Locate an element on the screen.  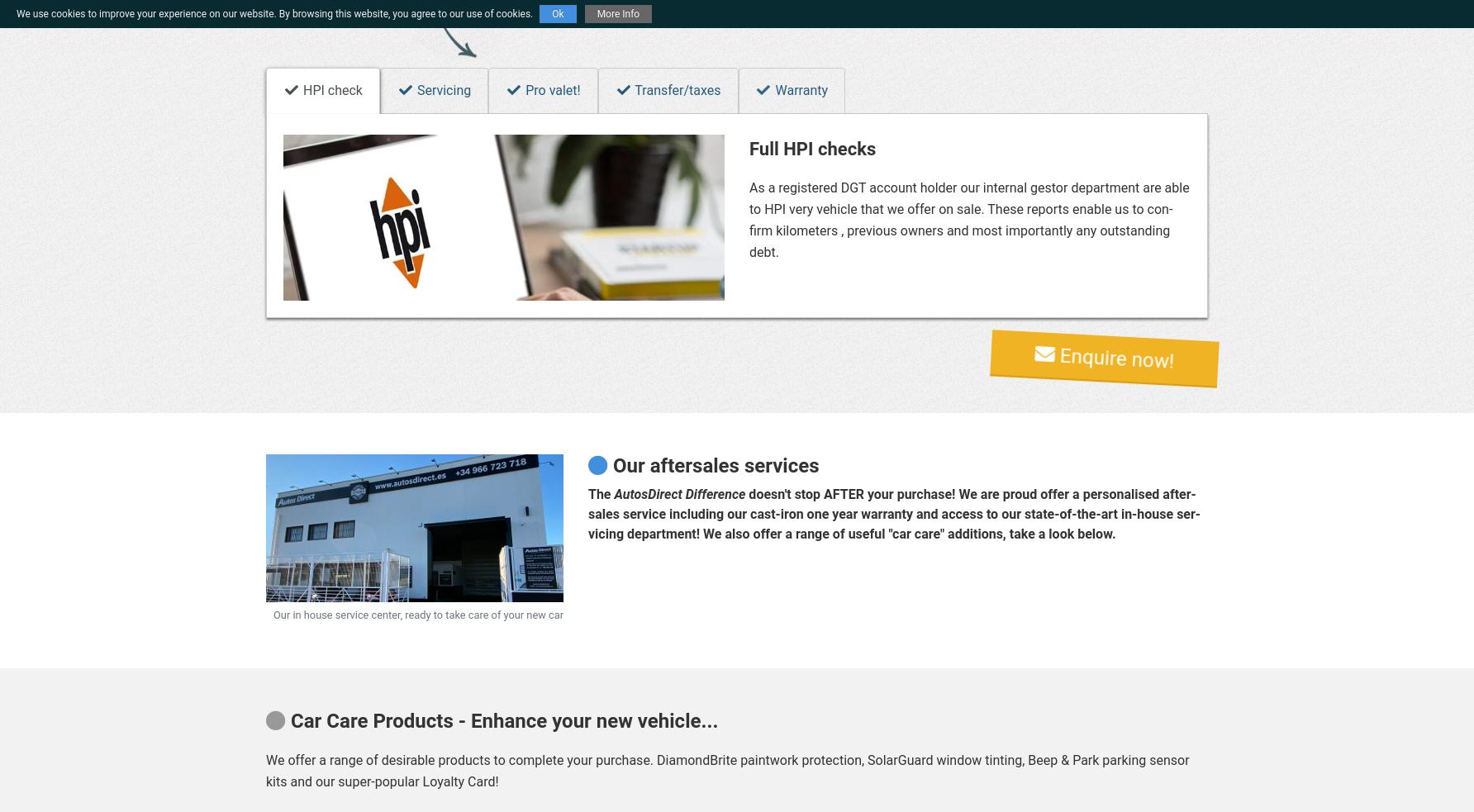
'Our aftersales services' is located at coordinates (711, 464).